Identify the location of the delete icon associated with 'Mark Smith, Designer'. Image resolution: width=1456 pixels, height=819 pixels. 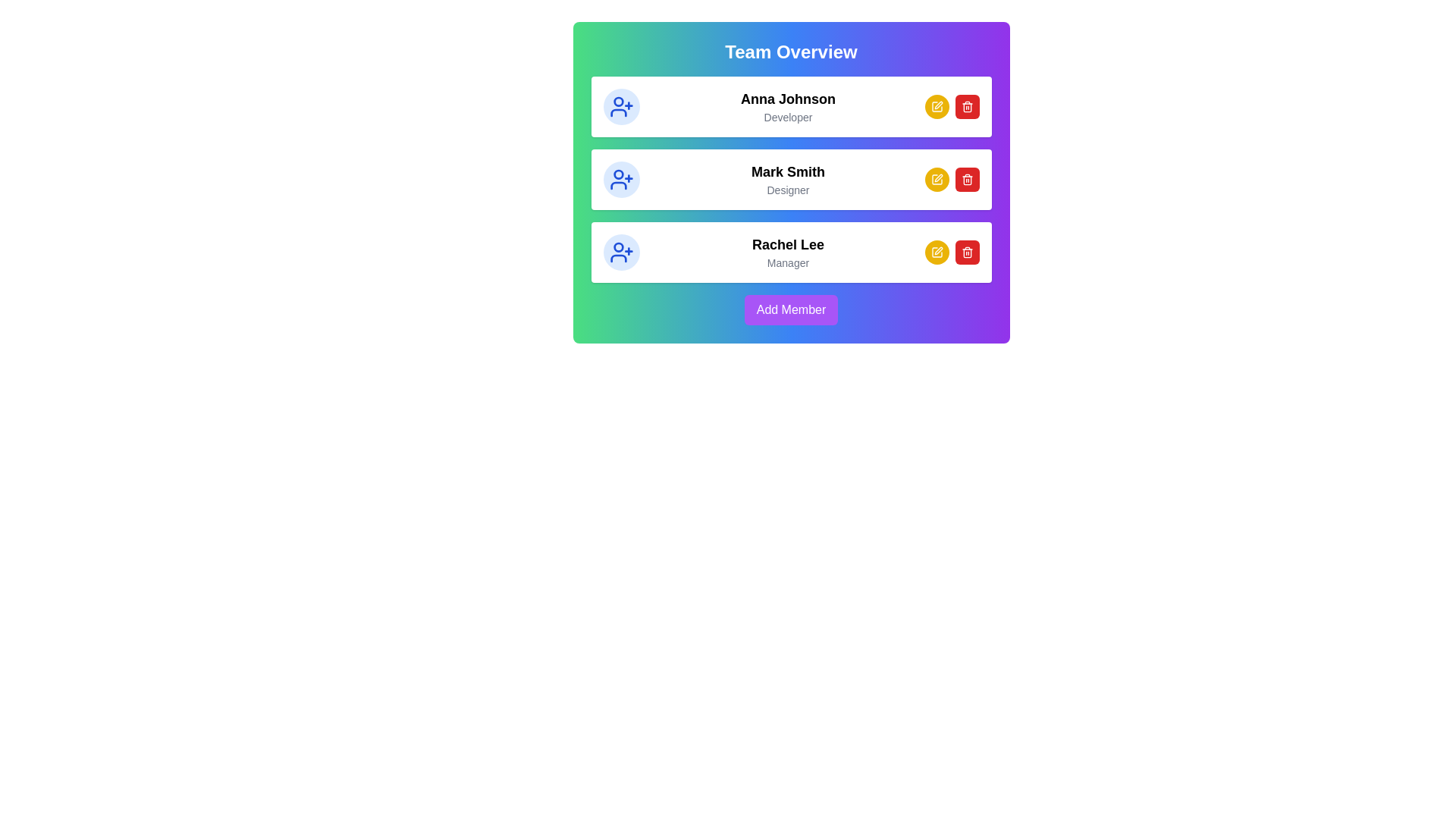
(966, 178).